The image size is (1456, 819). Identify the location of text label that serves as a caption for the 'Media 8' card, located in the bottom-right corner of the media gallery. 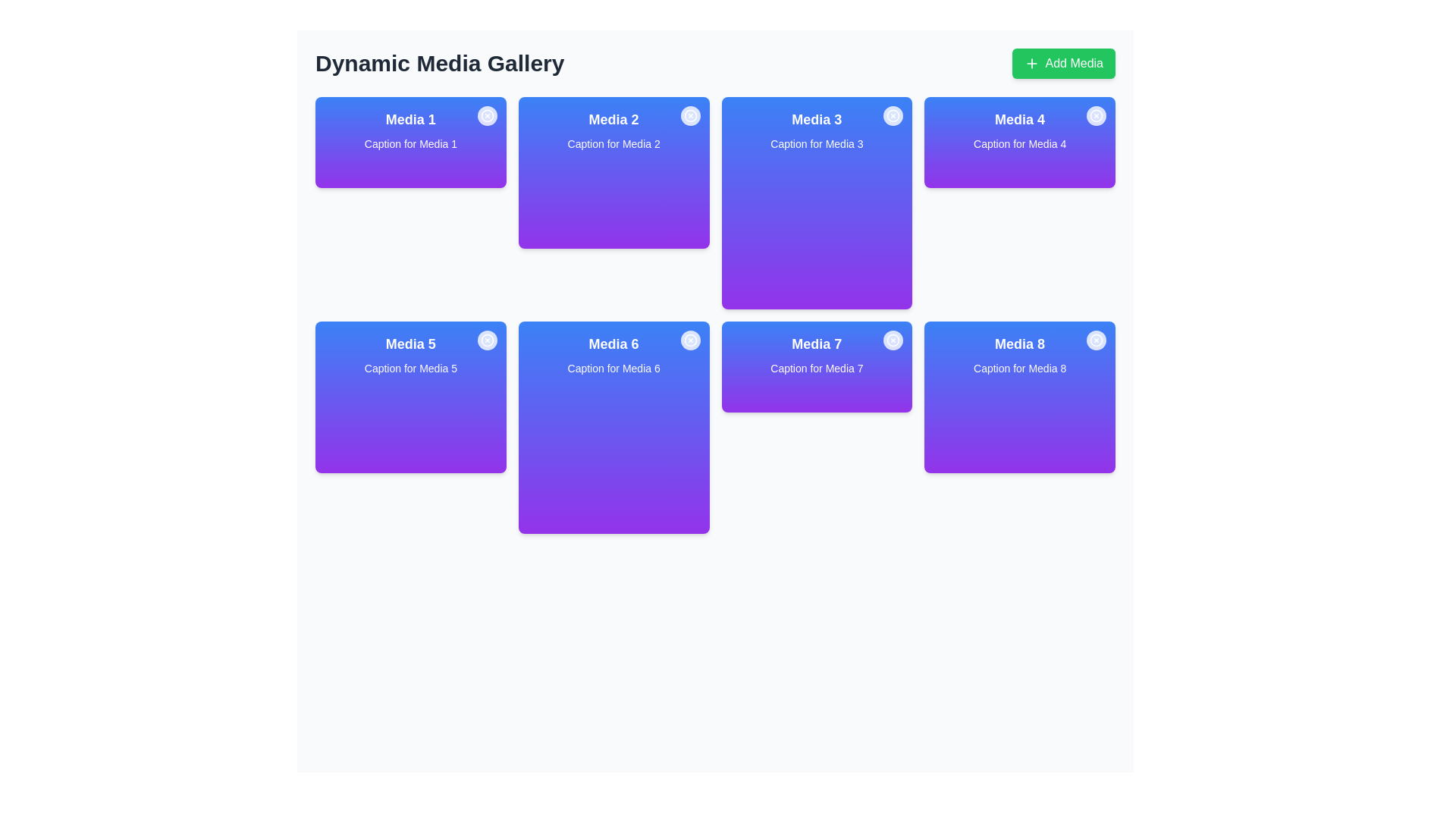
(1020, 369).